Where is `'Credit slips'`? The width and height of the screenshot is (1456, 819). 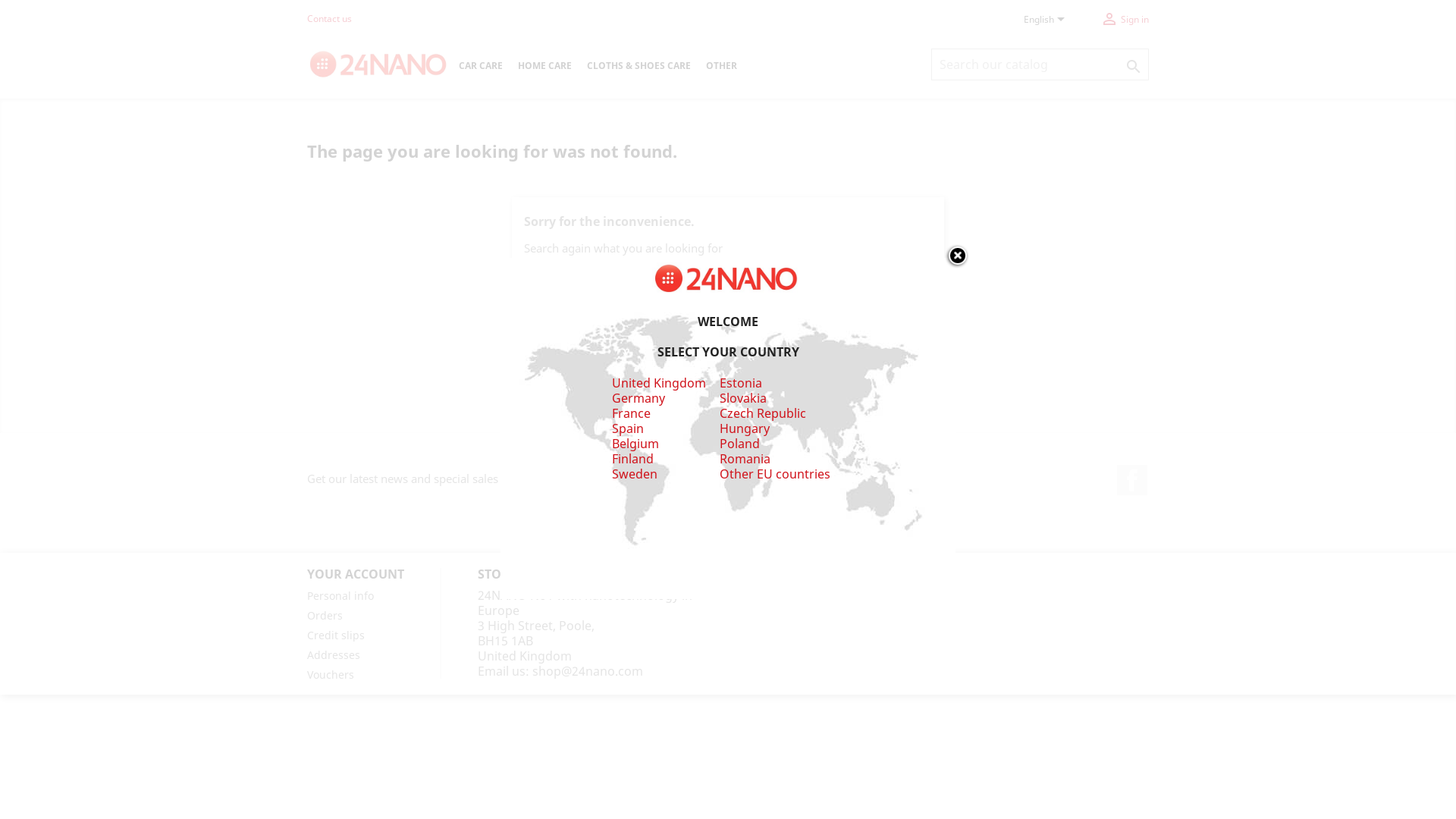
'Credit slips' is located at coordinates (334, 635).